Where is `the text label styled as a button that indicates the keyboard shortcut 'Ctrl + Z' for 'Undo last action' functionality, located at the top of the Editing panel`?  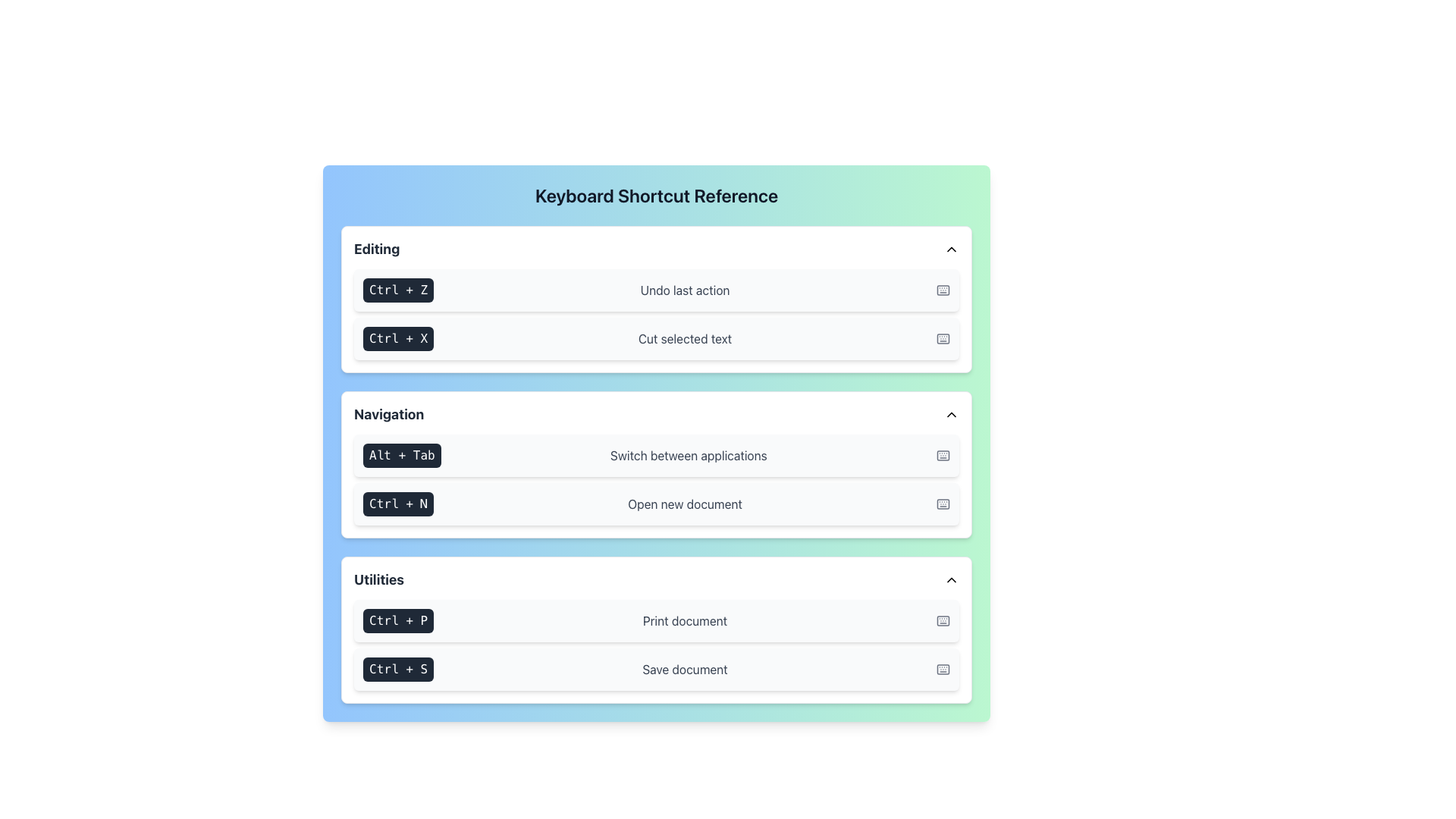 the text label styled as a button that indicates the keyboard shortcut 'Ctrl + Z' for 'Undo last action' functionality, located at the top of the Editing panel is located at coordinates (398, 290).